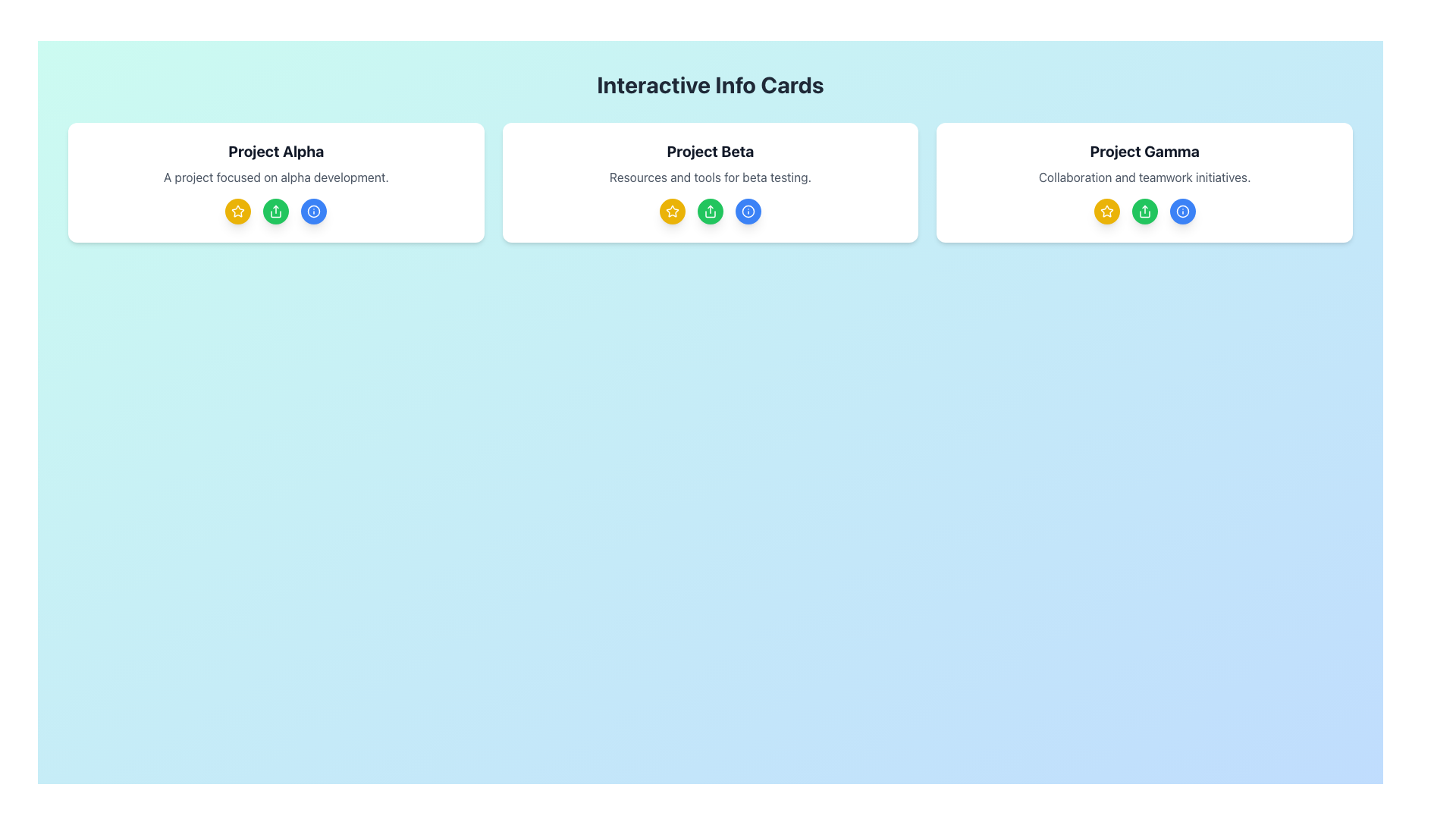 The height and width of the screenshot is (819, 1456). I want to click on any of the three interactive buttons at the bottom of the 'Project Beta' informational card, so click(709, 181).